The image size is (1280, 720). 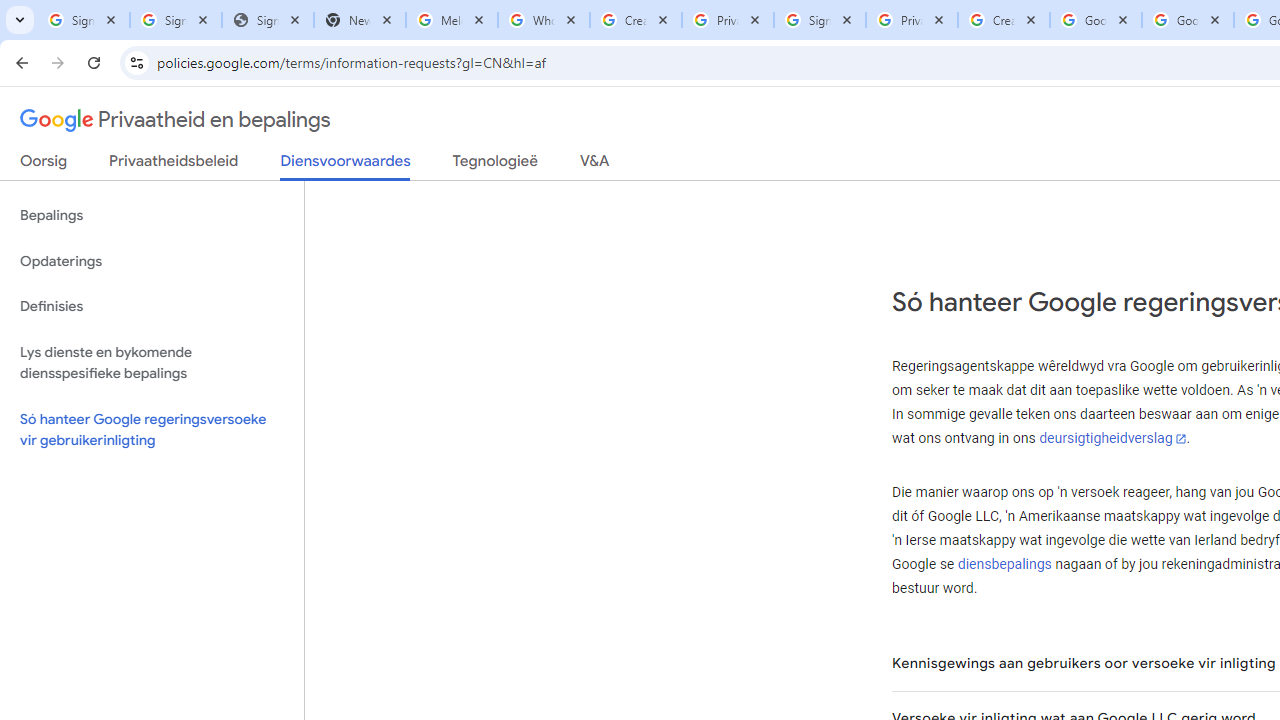 What do you see at coordinates (151, 306) in the screenshot?
I see `'Definisies'` at bounding box center [151, 306].